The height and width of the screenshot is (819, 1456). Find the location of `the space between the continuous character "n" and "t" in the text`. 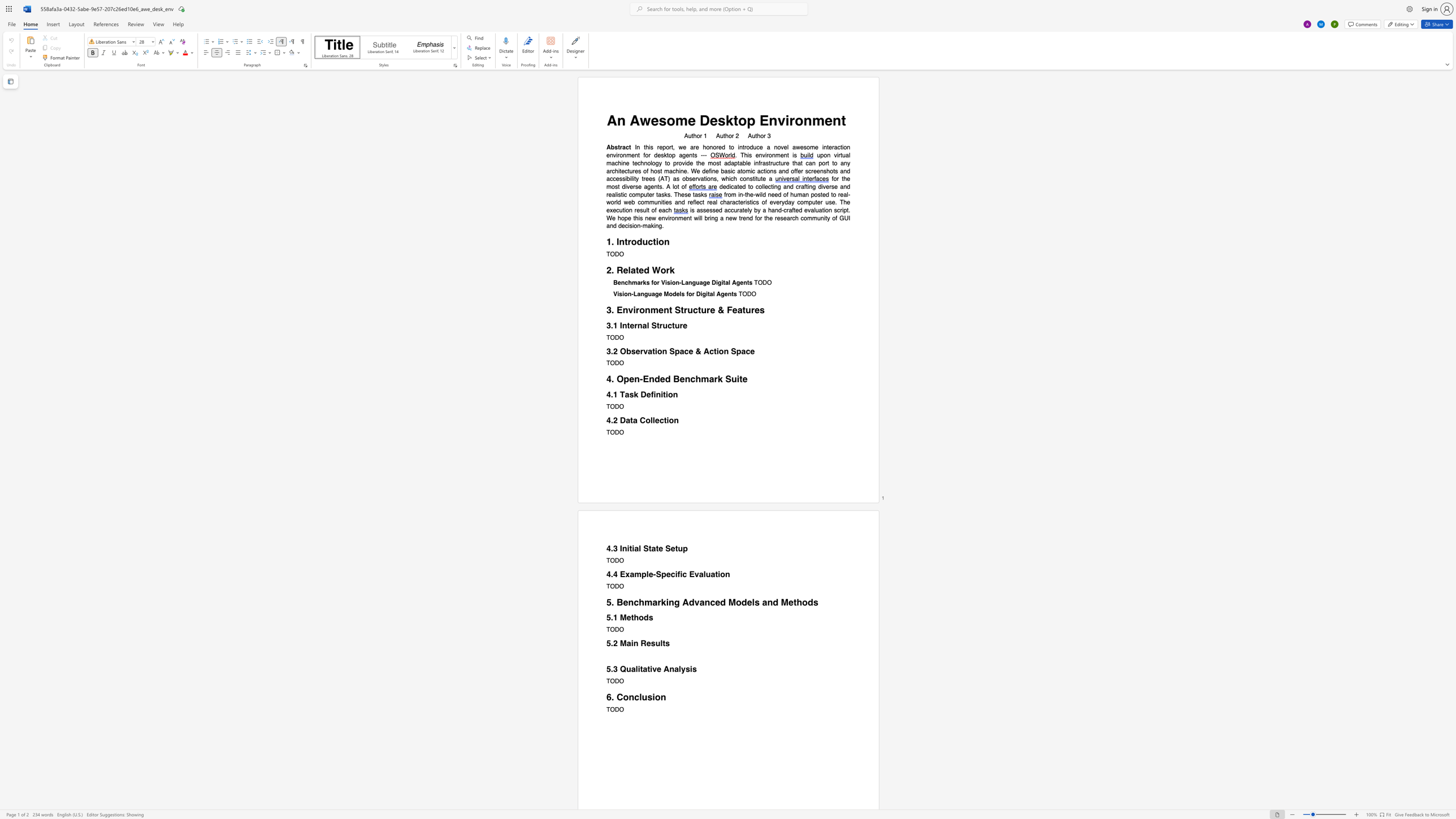

the space between the continuous character "n" and "t" in the text is located at coordinates (623, 241).